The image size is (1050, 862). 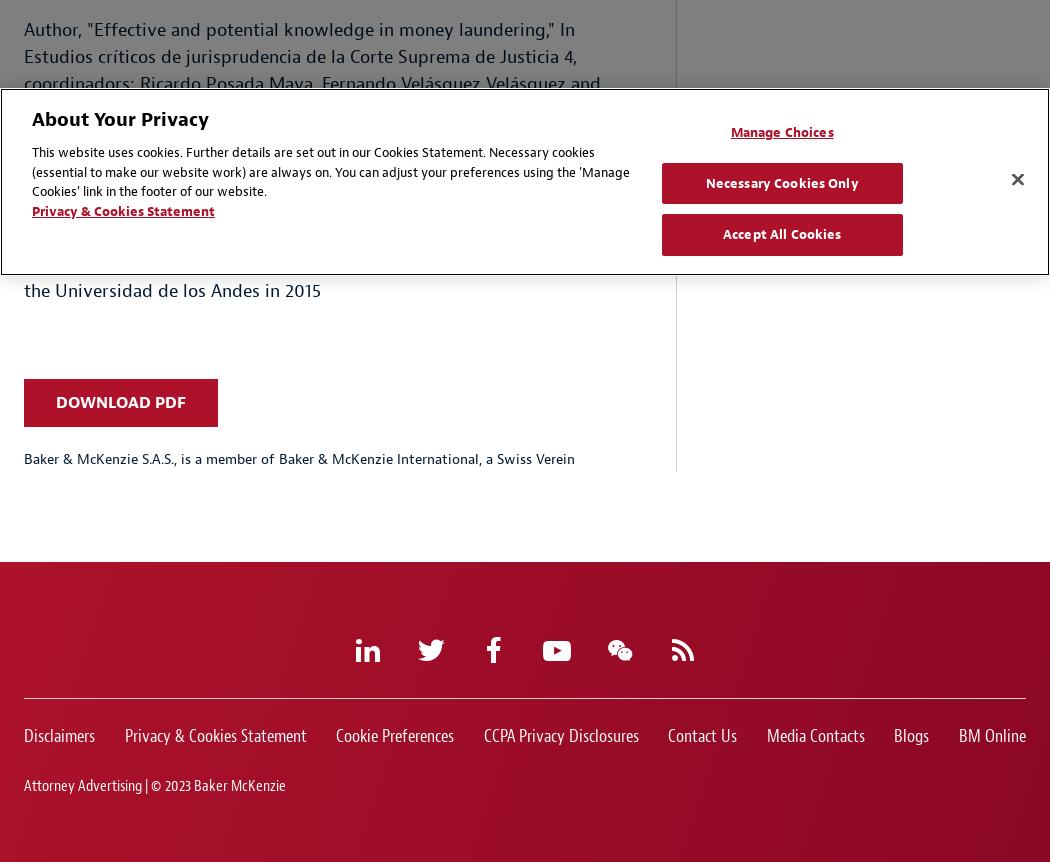 What do you see at coordinates (154, 785) in the screenshot?
I see `'Attorney Advertising | © 2023 Baker McKenzie'` at bounding box center [154, 785].